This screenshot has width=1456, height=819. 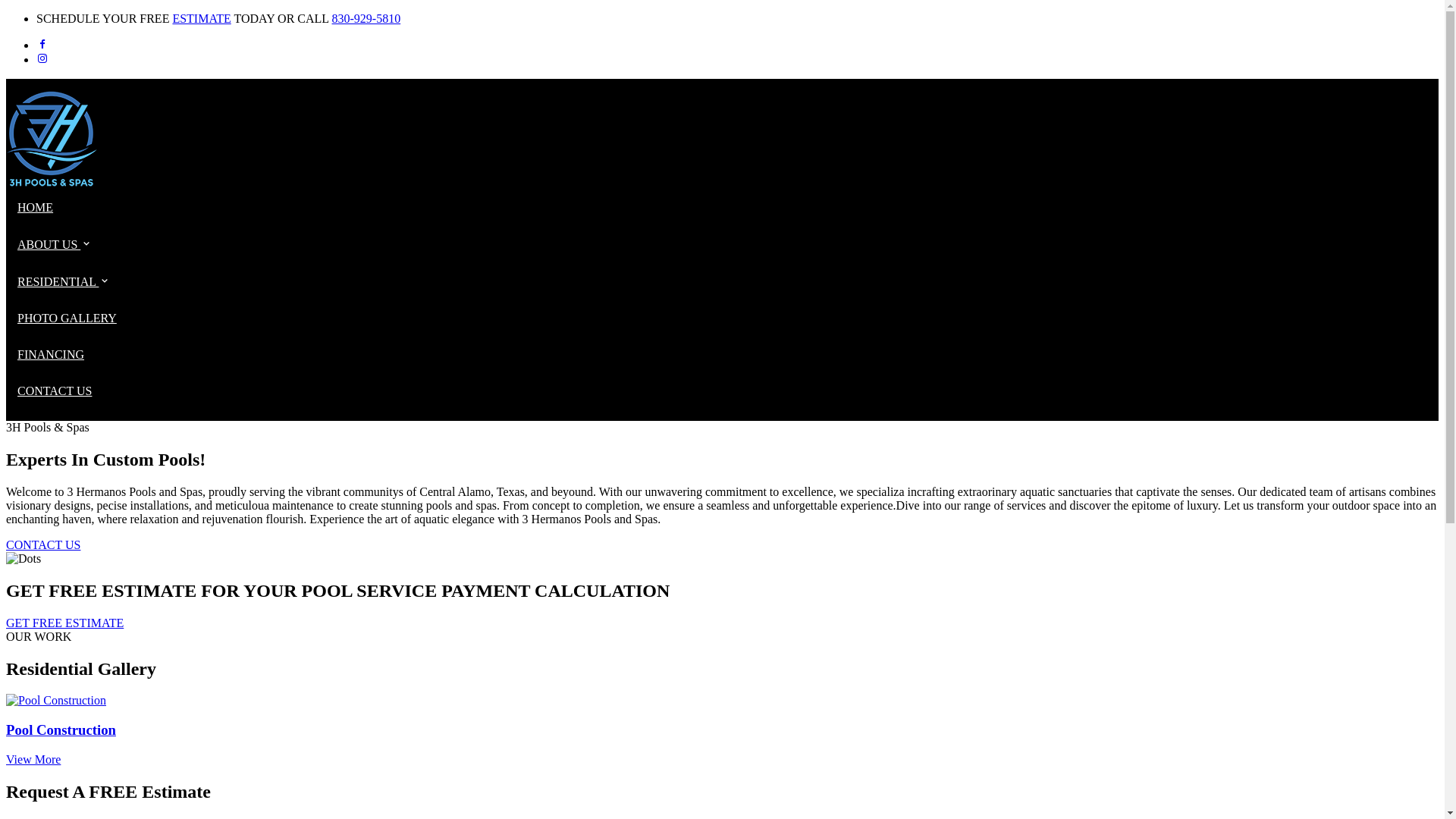 What do you see at coordinates (66, 317) in the screenshot?
I see `'PHOTO GALLERY'` at bounding box center [66, 317].